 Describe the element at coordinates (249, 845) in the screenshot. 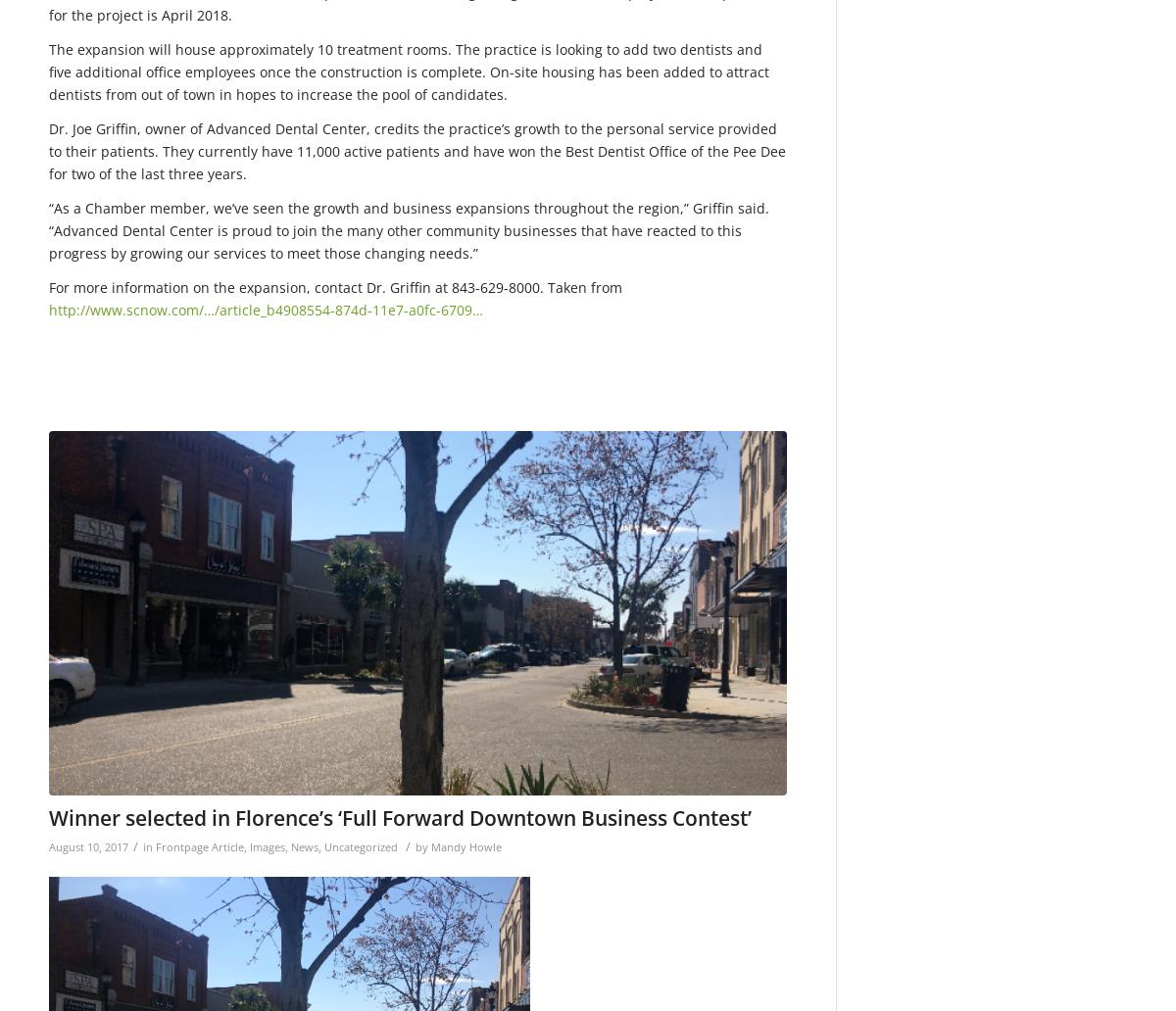

I see `'Images'` at that location.